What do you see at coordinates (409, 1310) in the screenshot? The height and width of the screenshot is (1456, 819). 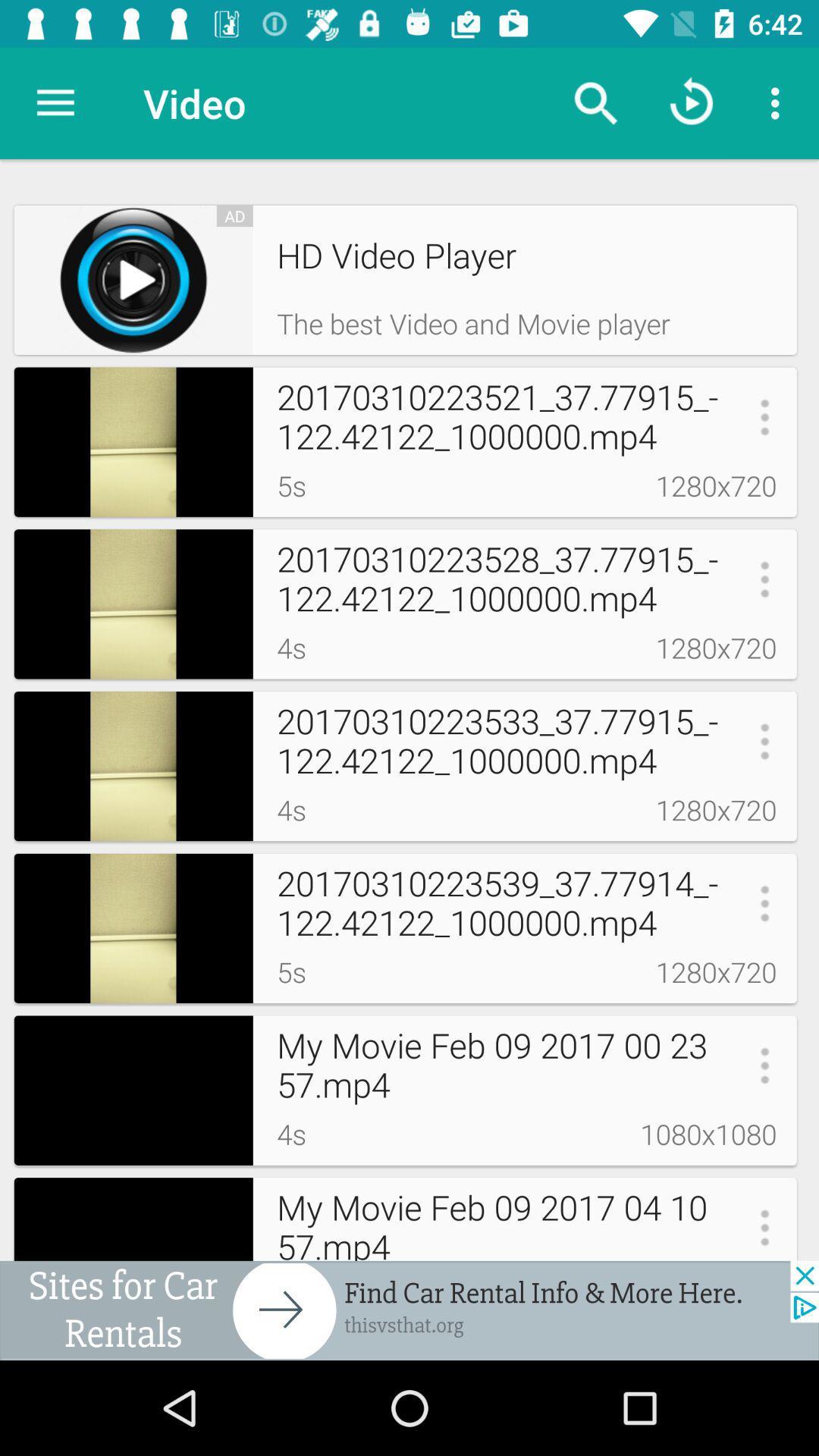 I see `open advert` at bounding box center [409, 1310].